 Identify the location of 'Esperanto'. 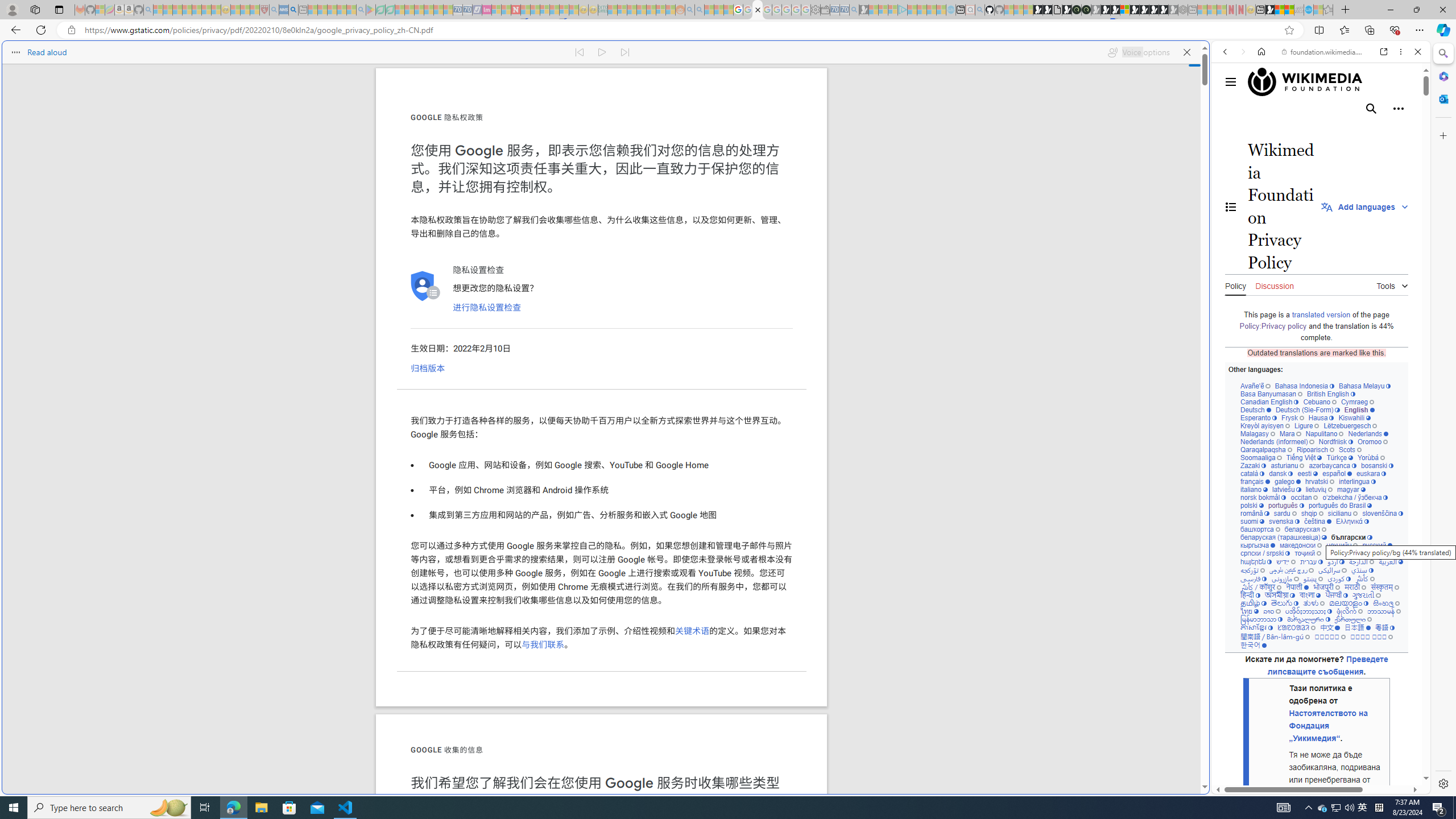
(1259, 417).